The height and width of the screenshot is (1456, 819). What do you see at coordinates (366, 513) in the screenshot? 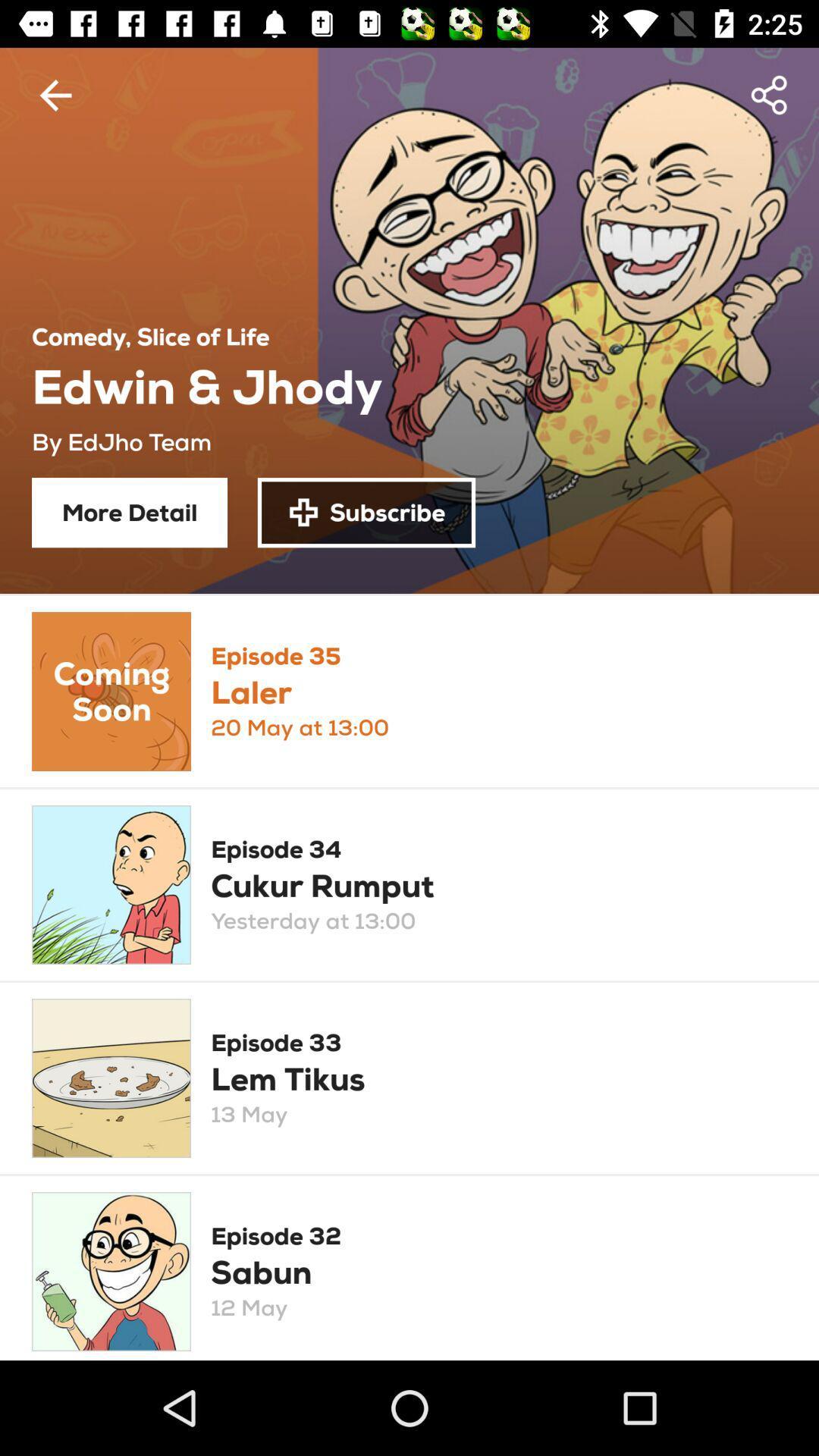
I see `the item to the right of the more detail` at bounding box center [366, 513].